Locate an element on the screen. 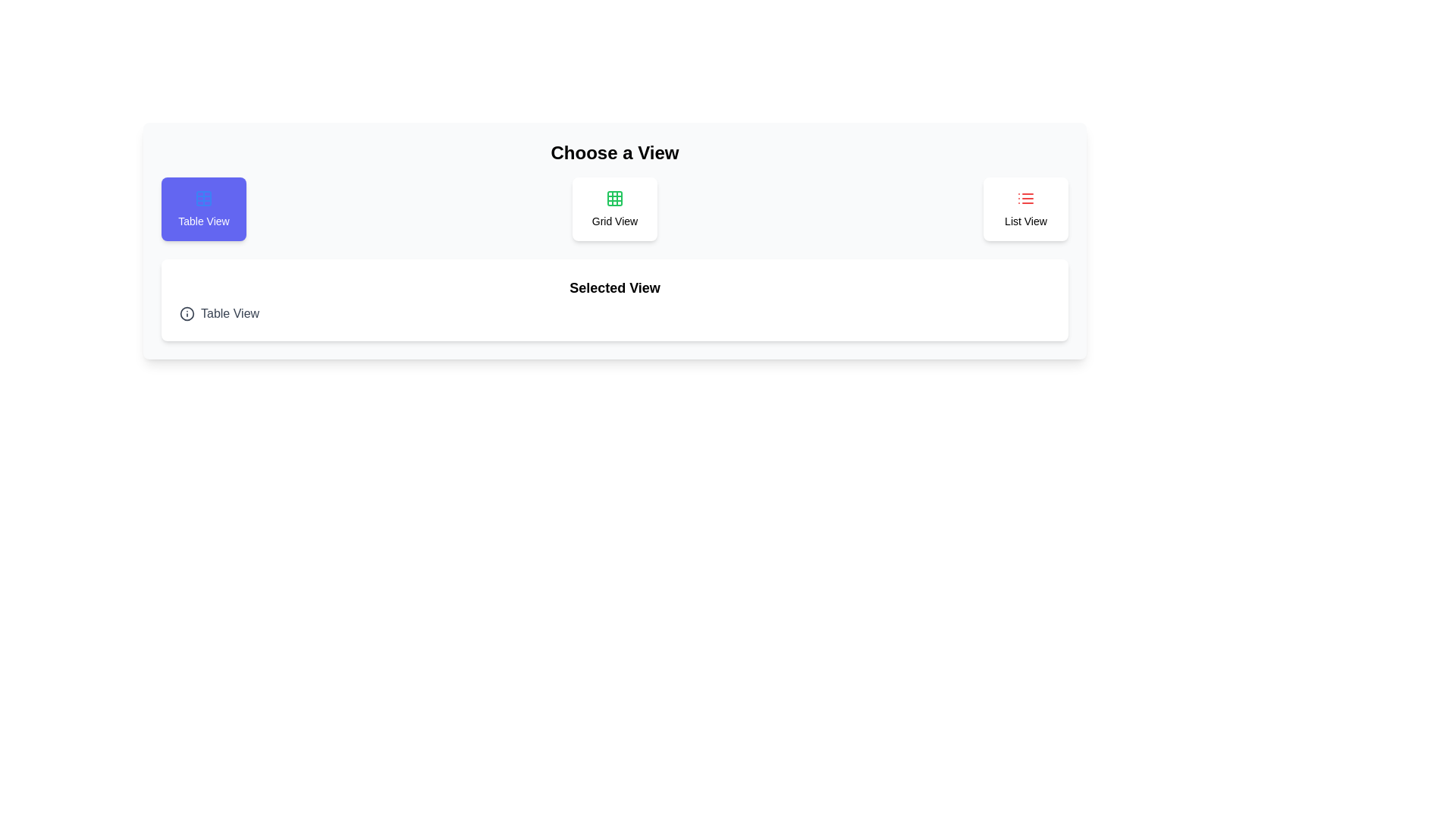 This screenshot has height=819, width=1456. text displayed in the 'Grid View' label, which is a medium-sized text label centered within a rounded rectangular button in the layout selector row is located at coordinates (615, 221).